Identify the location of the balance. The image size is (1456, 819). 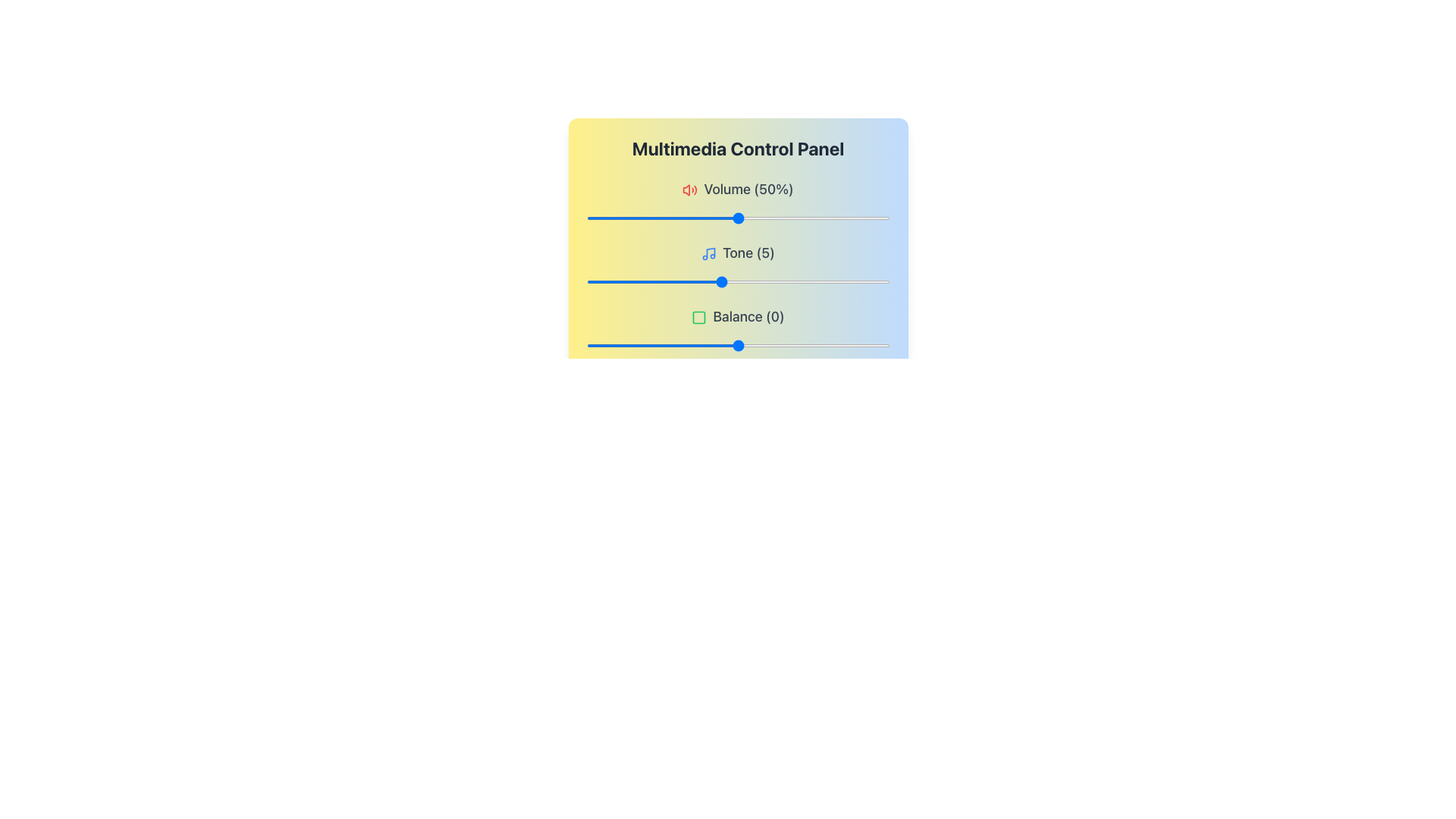
(807, 345).